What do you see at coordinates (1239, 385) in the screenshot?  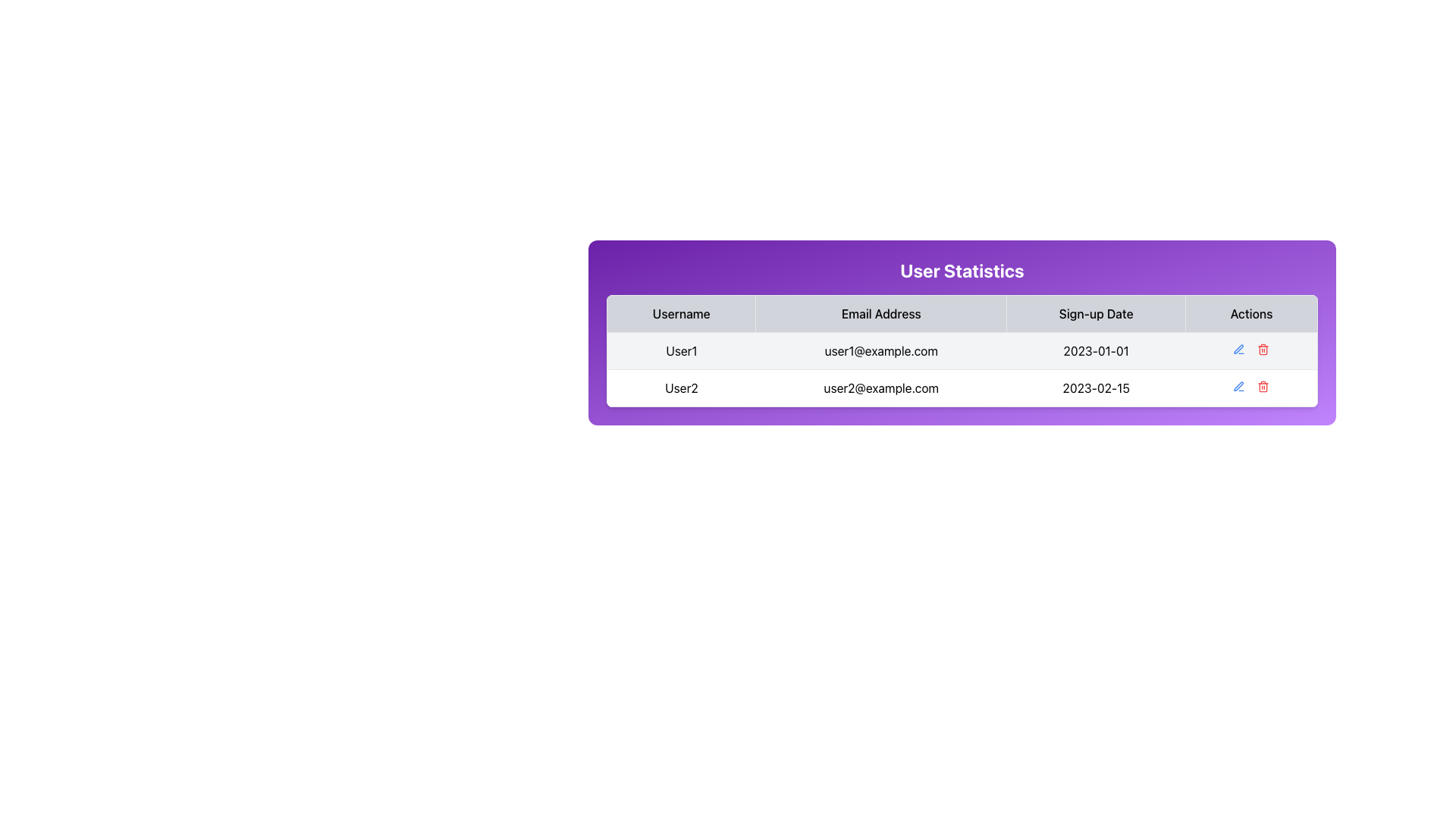 I see `the edit button in the 'Actions' column of the second row in the 'User Statistics' table, which is aligned with 'User2' and adjacent to the red trash can icon` at bounding box center [1239, 385].